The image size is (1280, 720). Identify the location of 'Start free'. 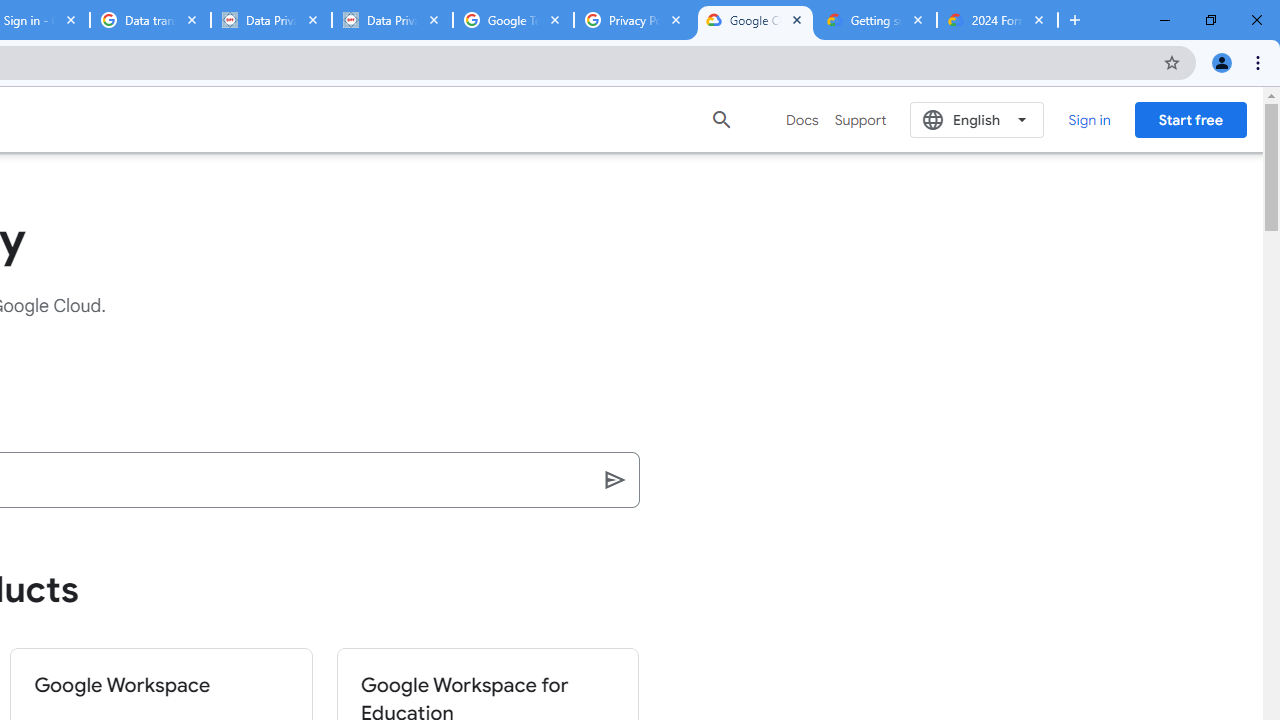
(1190, 119).